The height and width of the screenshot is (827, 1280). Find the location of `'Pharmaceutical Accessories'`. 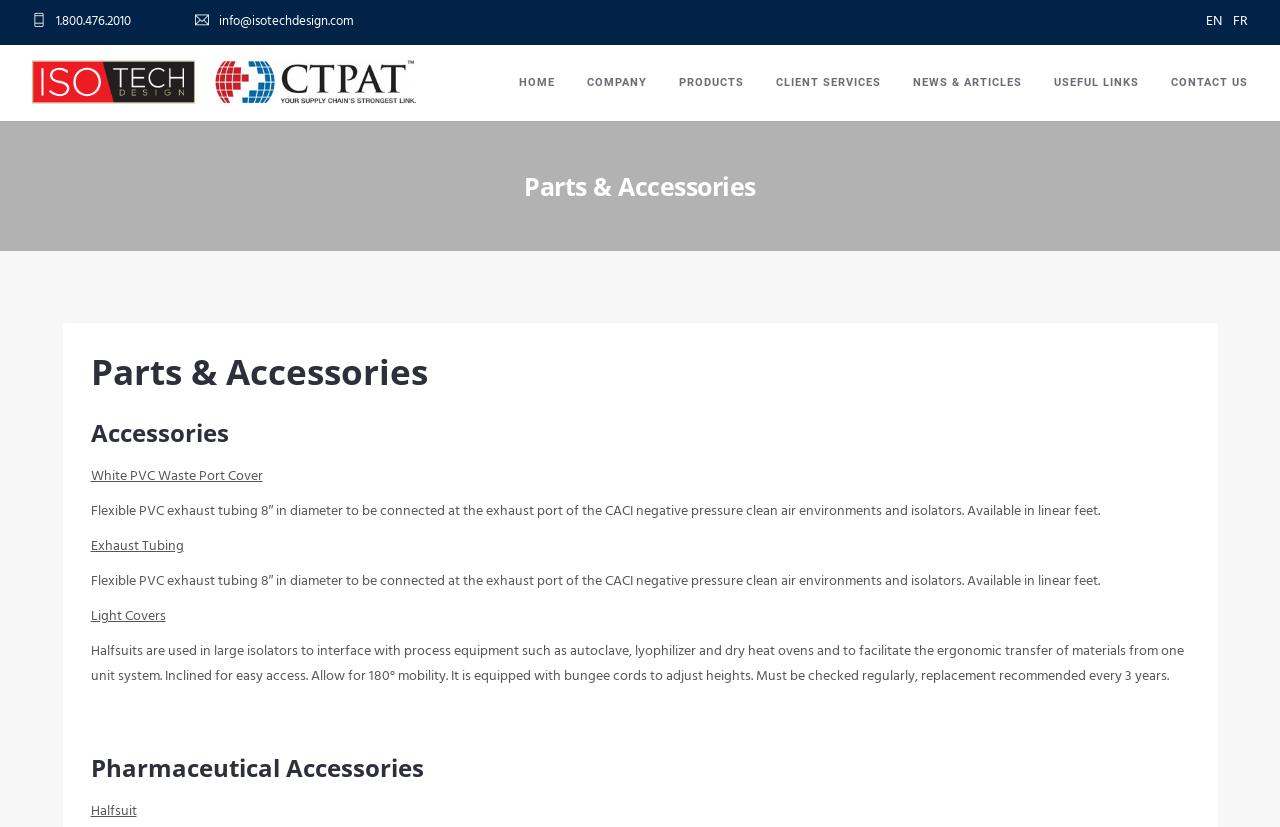

'Pharmaceutical Accessories' is located at coordinates (255, 781).